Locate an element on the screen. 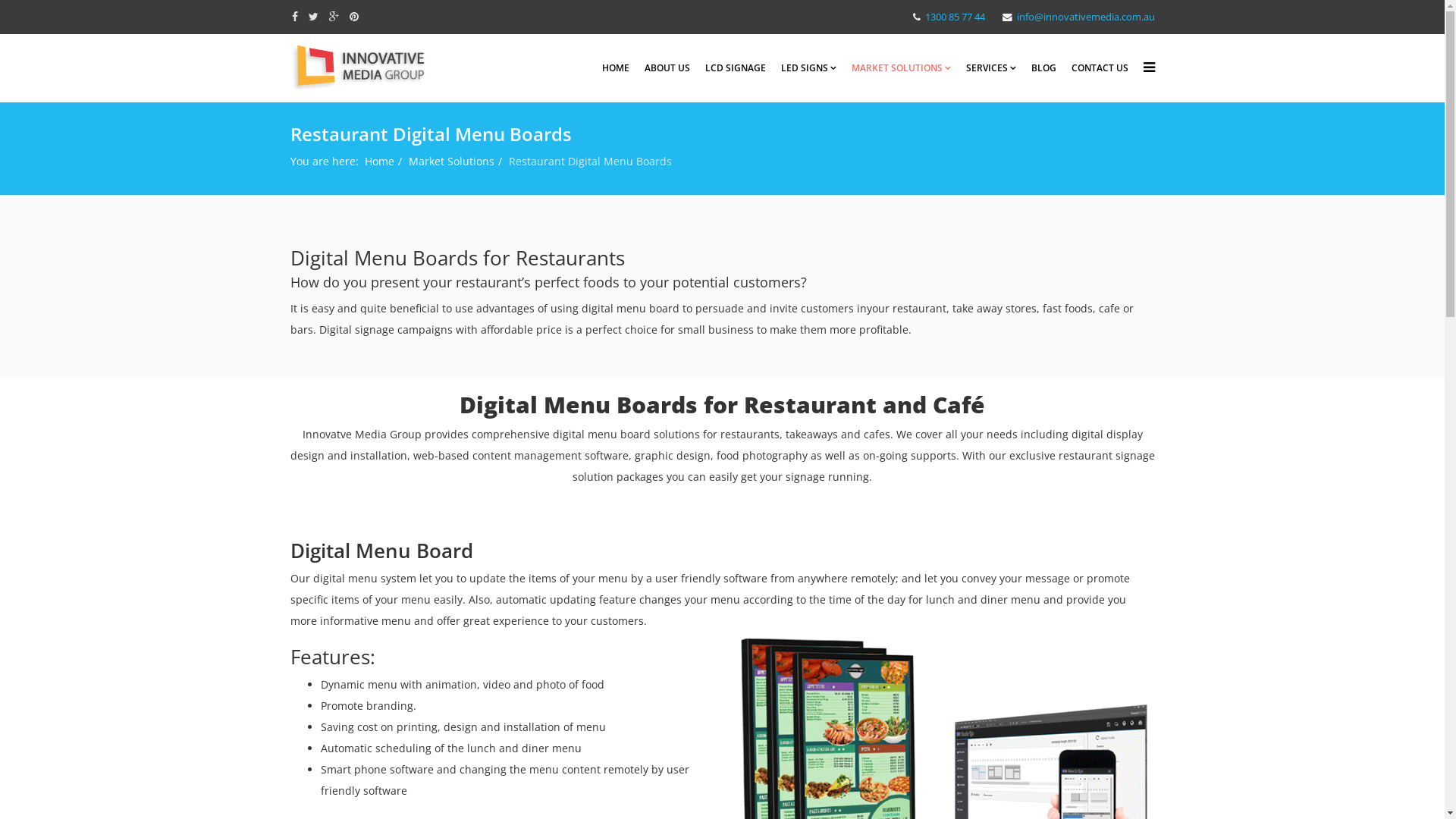  'HOME' is located at coordinates (615, 67).